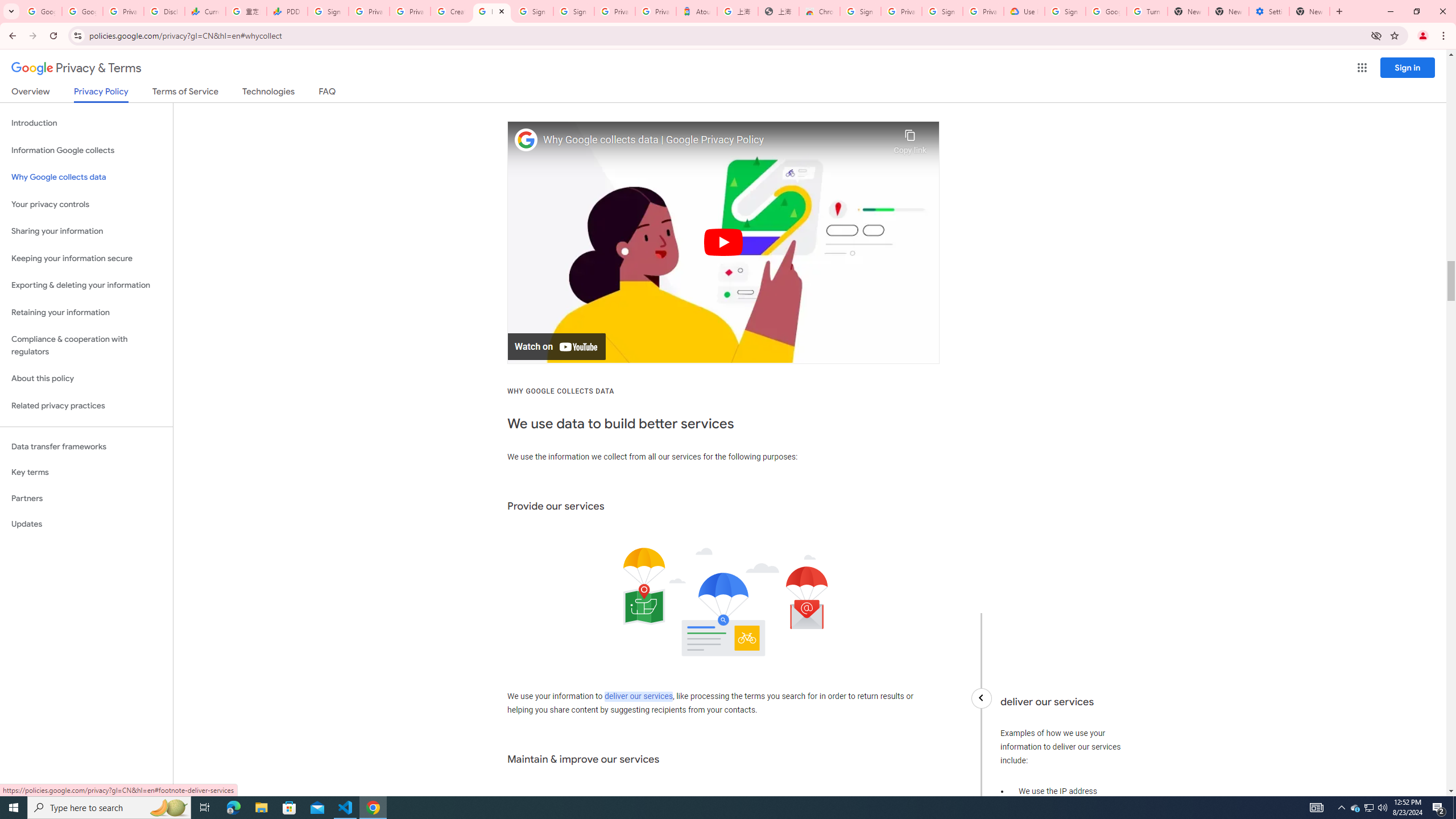  Describe the element at coordinates (573, 11) in the screenshot. I see `'Sign in - Google Accounts'` at that location.